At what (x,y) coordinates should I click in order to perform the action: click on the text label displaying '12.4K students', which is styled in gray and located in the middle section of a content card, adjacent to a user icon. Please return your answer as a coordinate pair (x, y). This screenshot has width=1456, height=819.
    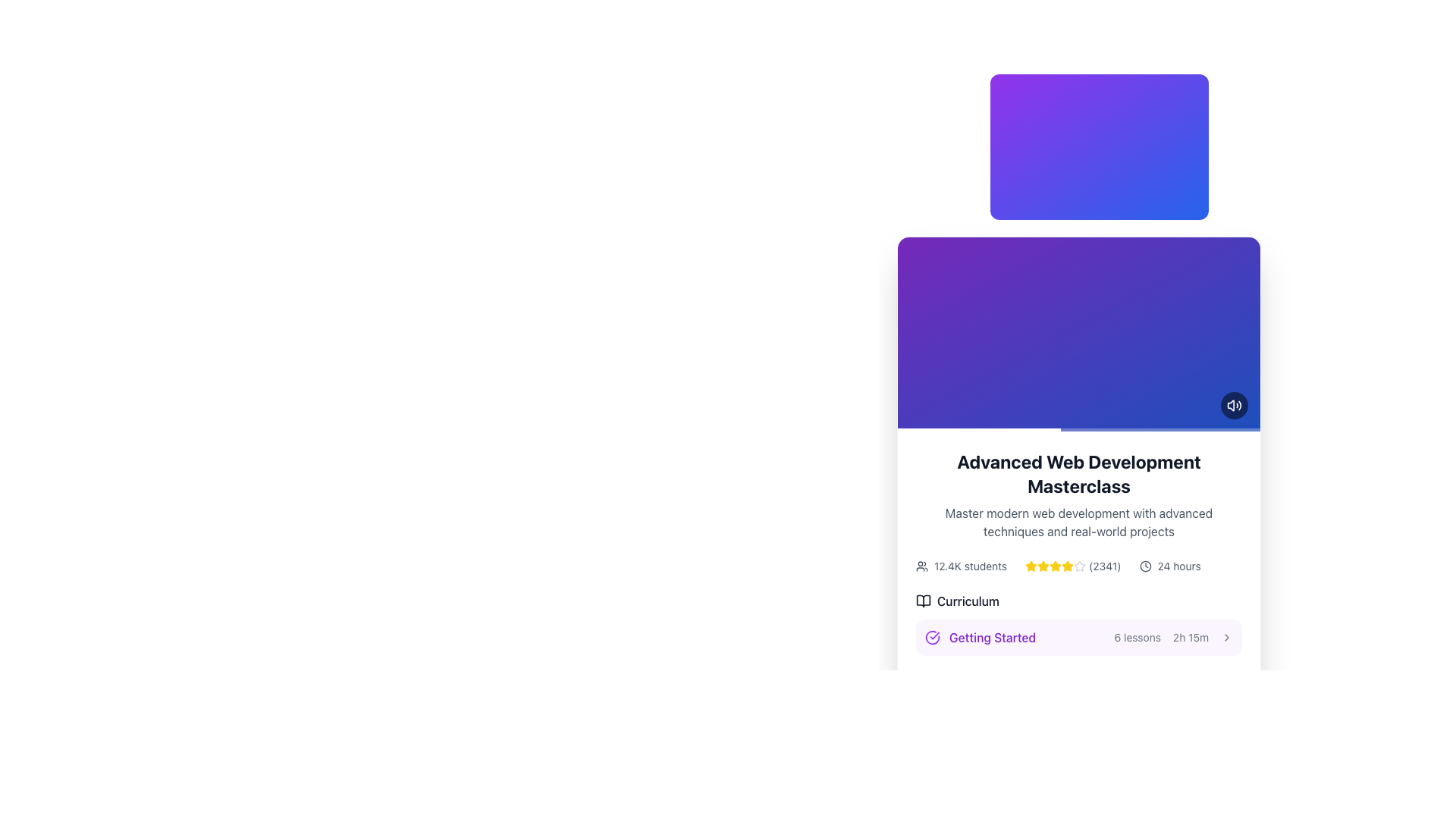
    Looking at the image, I should click on (971, 566).